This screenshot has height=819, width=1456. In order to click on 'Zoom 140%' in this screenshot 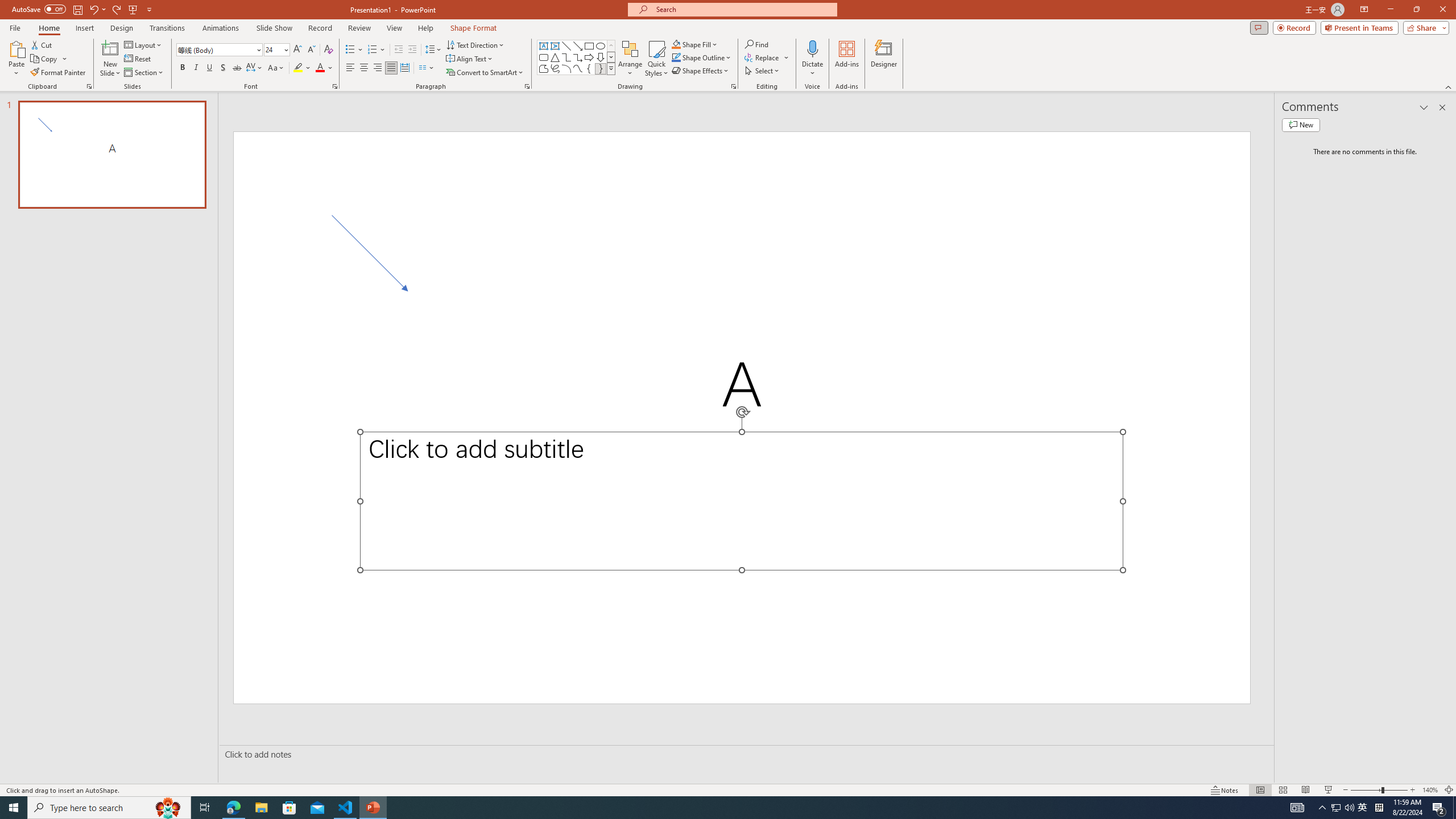, I will do `click(1430, 790)`.